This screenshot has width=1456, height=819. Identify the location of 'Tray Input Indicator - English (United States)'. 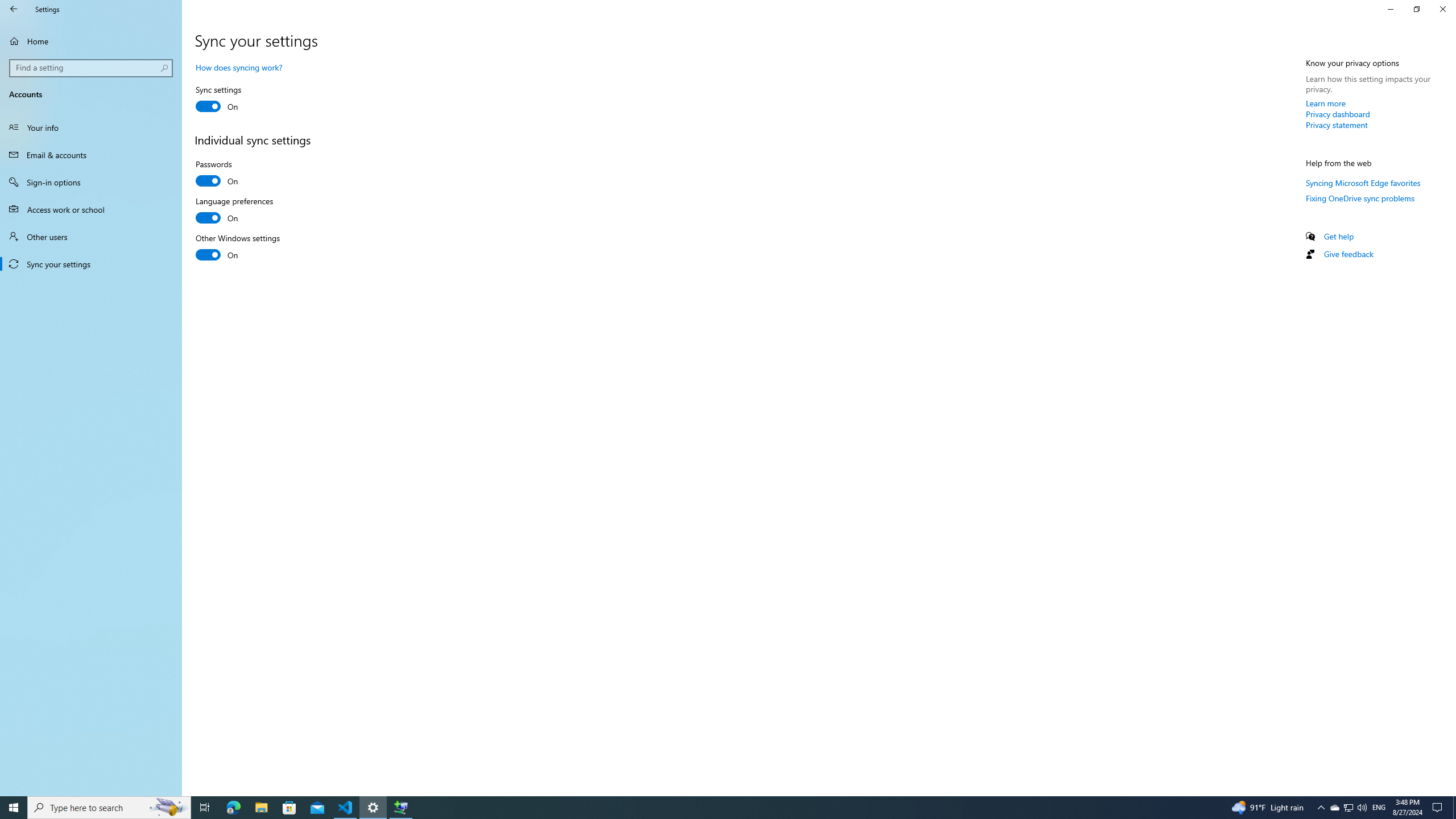
(1379, 806).